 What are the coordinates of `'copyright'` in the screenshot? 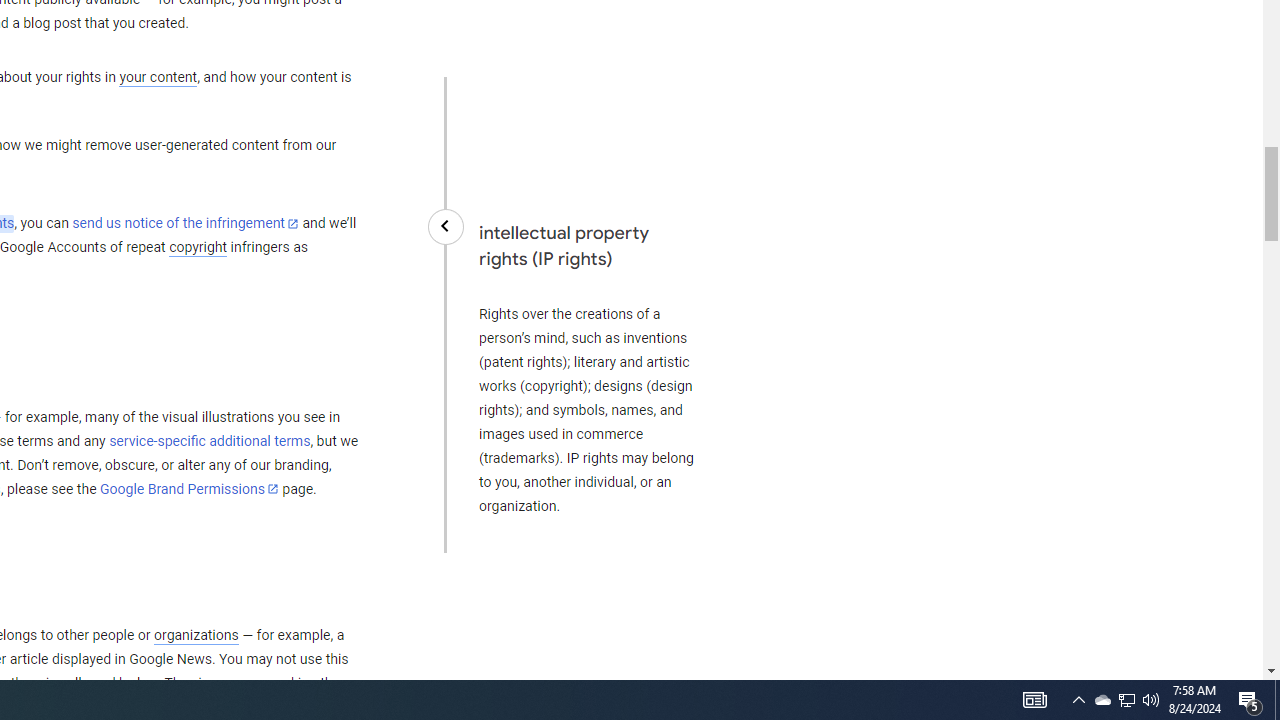 It's located at (198, 247).